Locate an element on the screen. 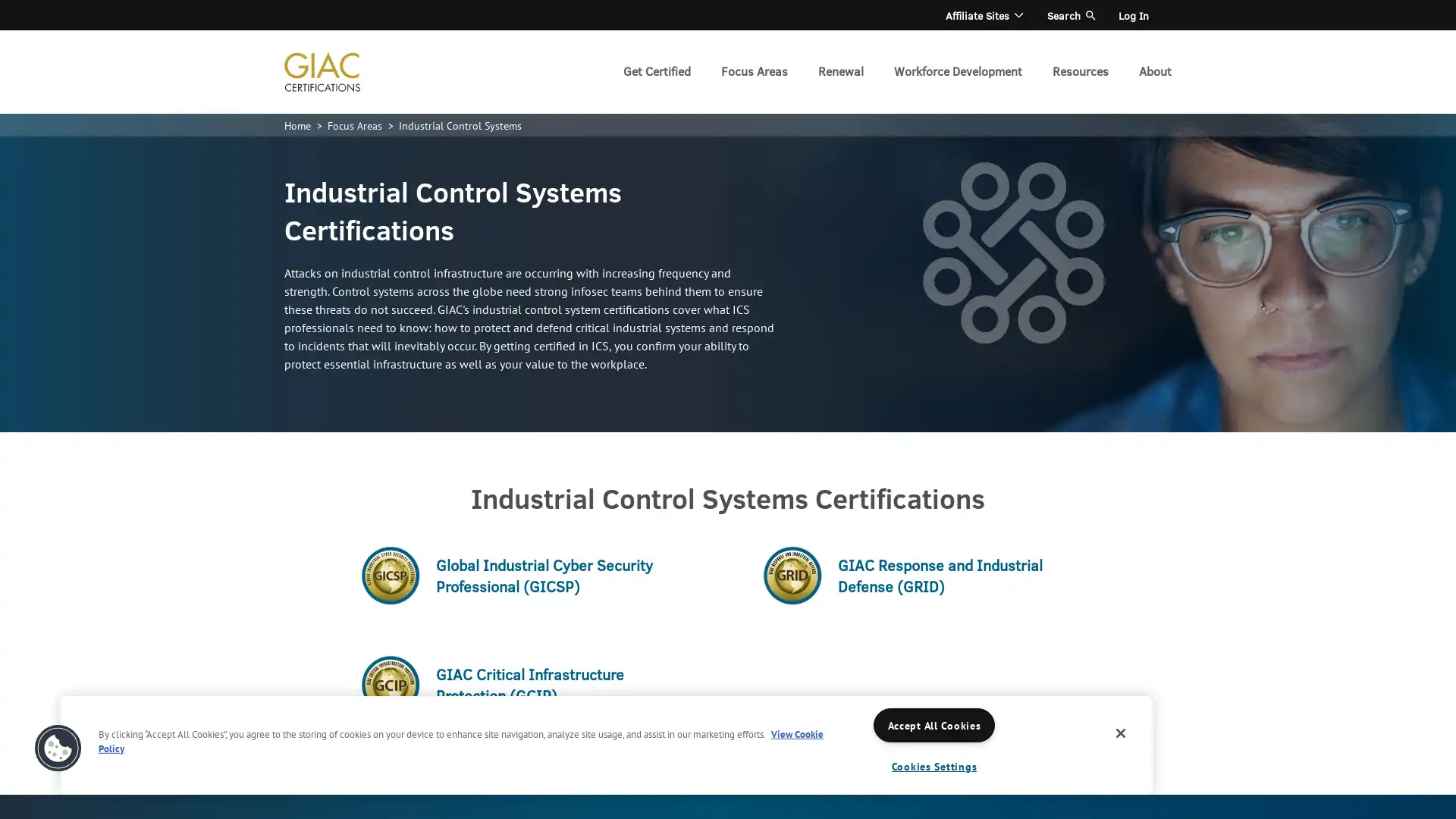  Cookies is located at coordinates (58, 748).